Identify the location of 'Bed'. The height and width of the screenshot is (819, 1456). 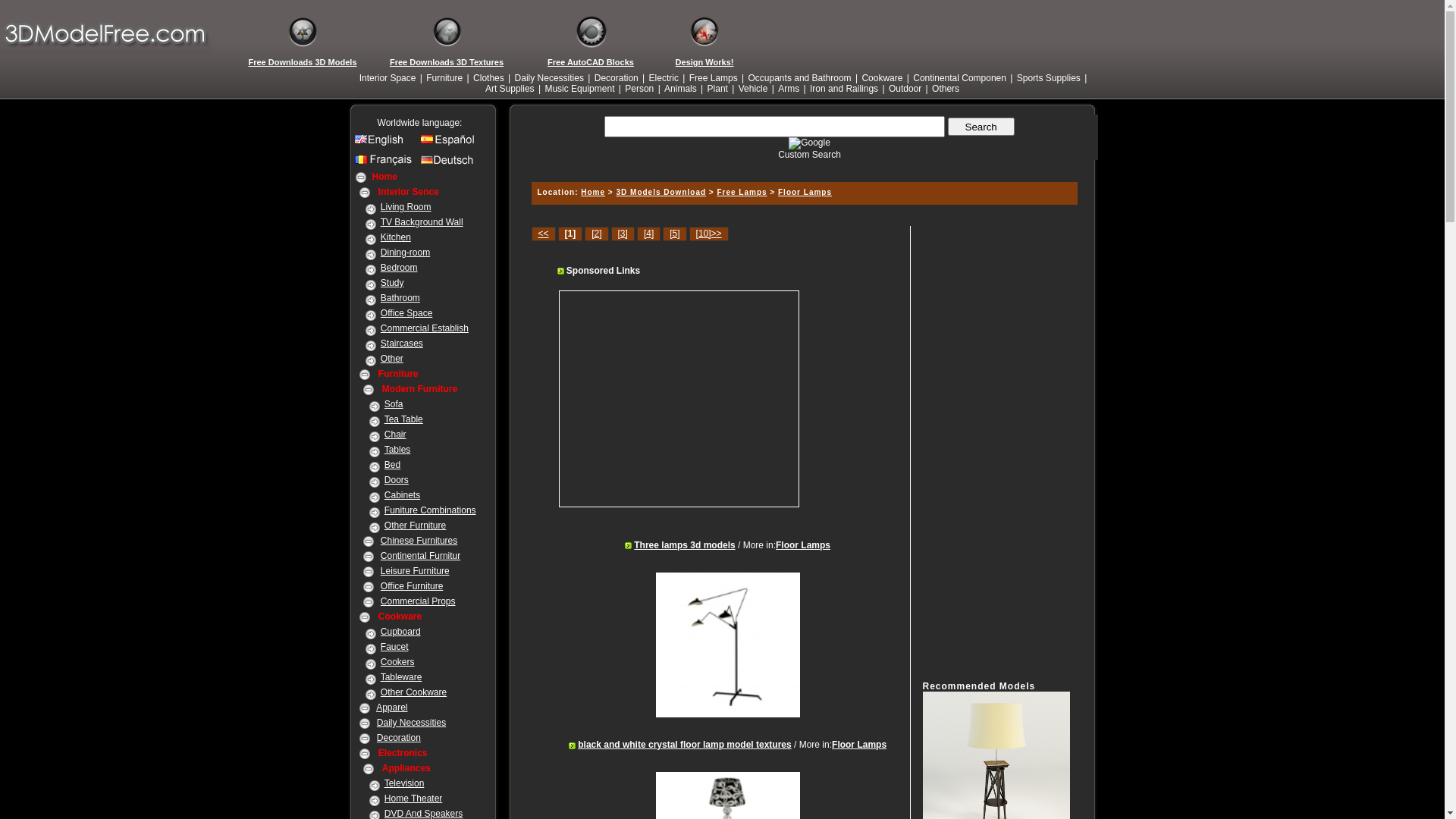
(392, 464).